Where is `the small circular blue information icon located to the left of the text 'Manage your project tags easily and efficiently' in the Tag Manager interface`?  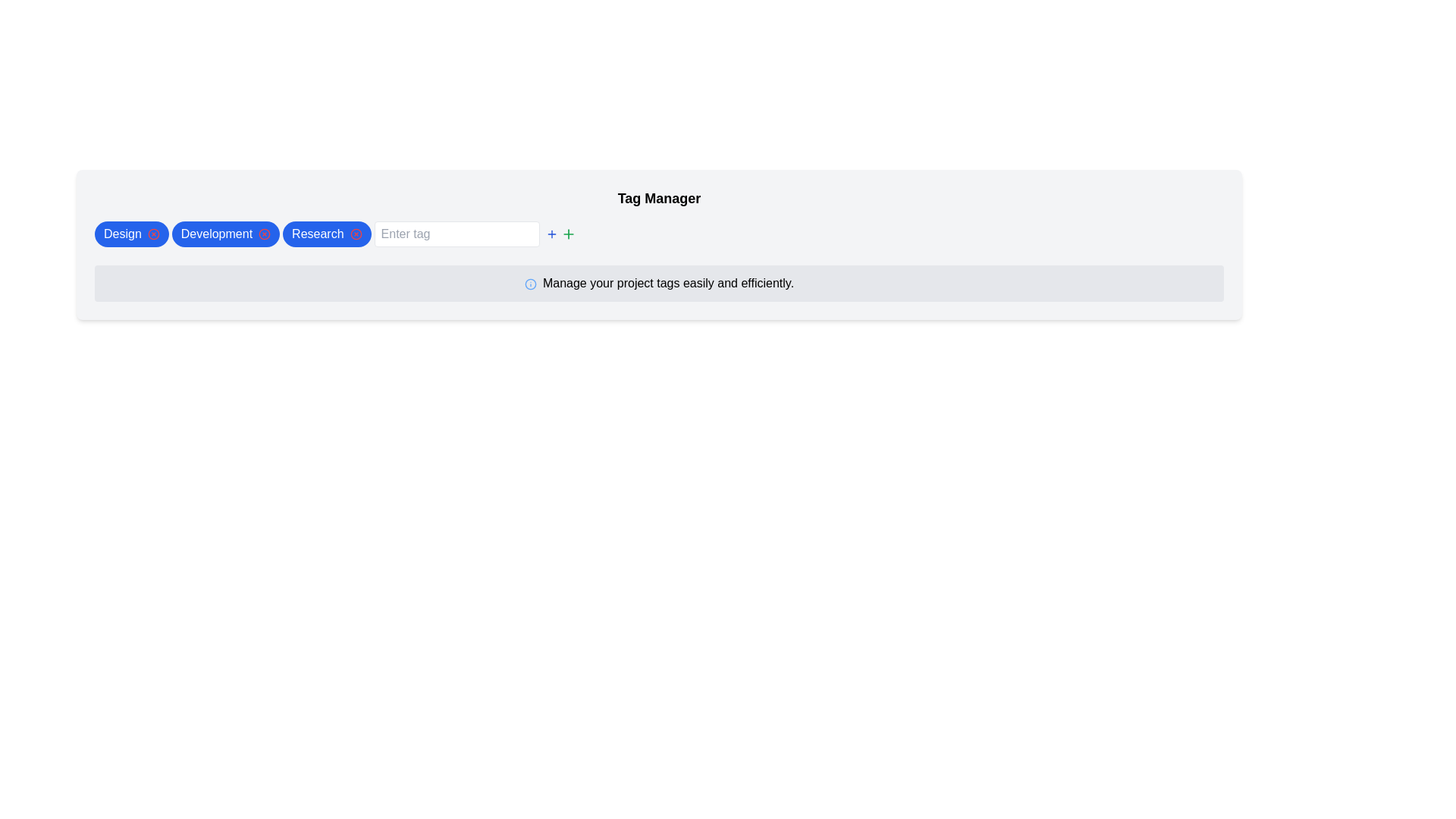
the small circular blue information icon located to the left of the text 'Manage your project tags easily and efficiently' in the Tag Manager interface is located at coordinates (530, 284).